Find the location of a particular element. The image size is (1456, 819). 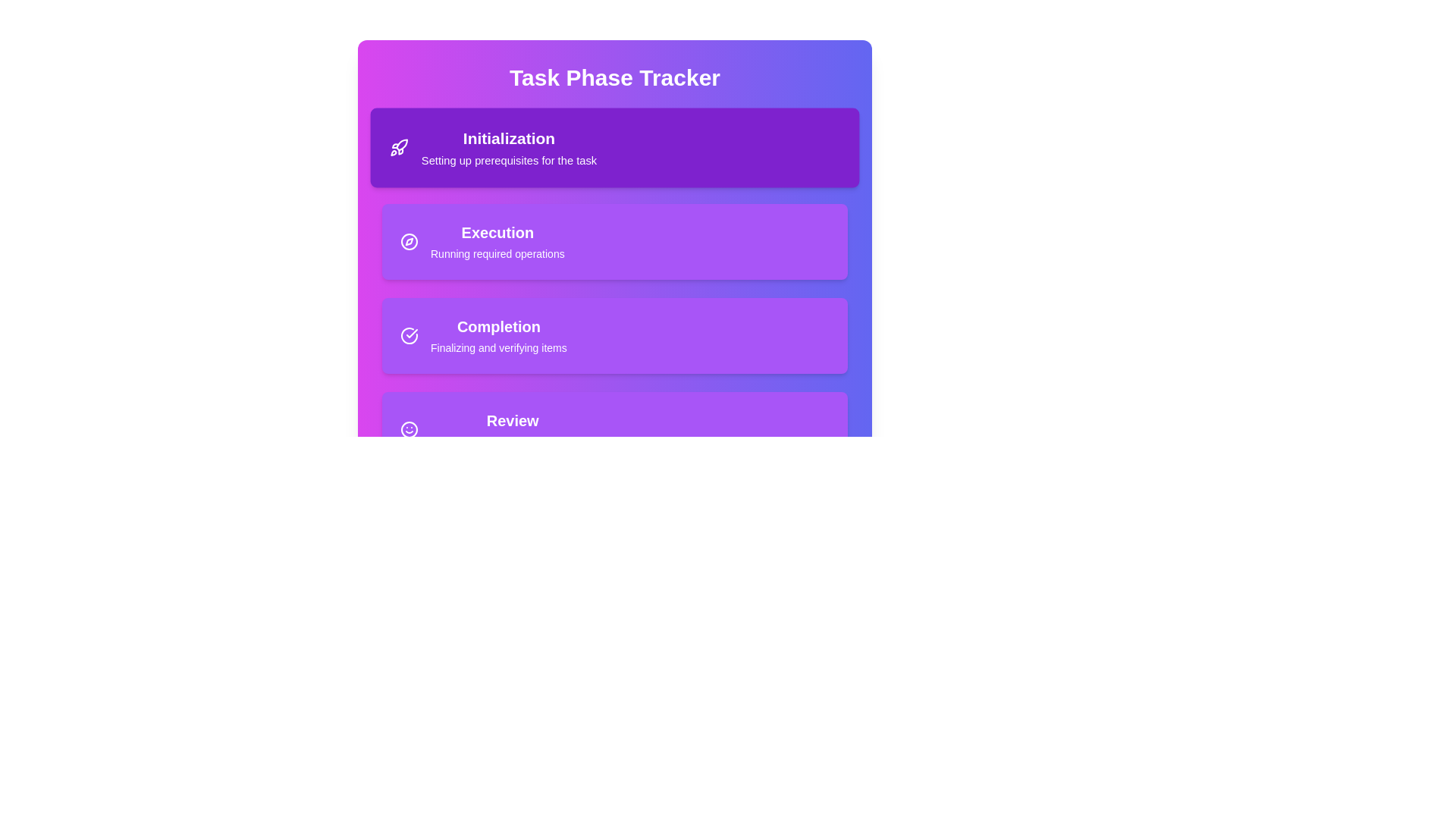

text label that provides descriptive information for the 'Initialization' phase in the task phase tracker, located directly below the title 'Initialization' is located at coordinates (509, 160).